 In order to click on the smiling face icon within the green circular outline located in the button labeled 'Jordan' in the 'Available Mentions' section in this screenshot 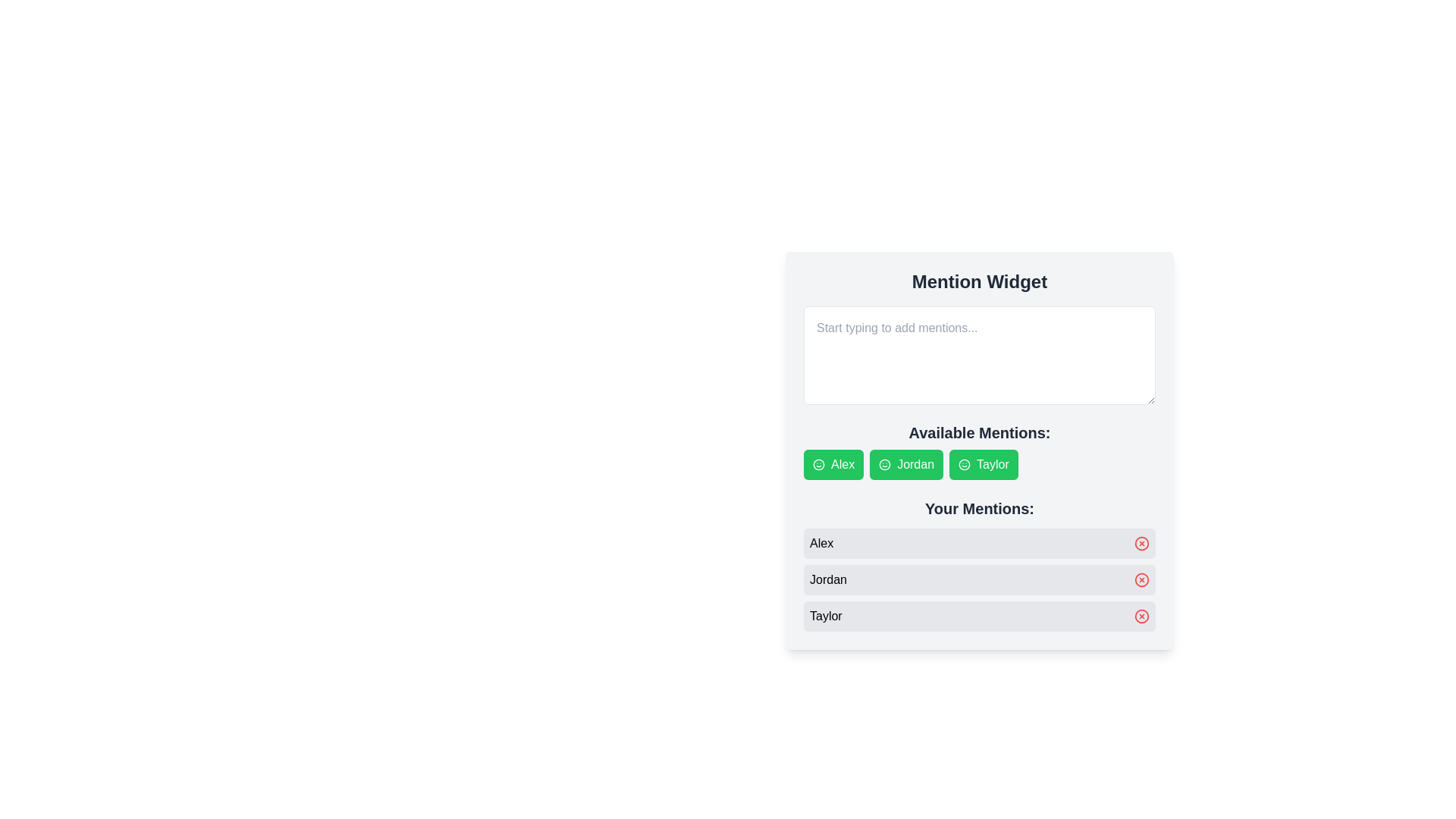, I will do `click(885, 464)`.